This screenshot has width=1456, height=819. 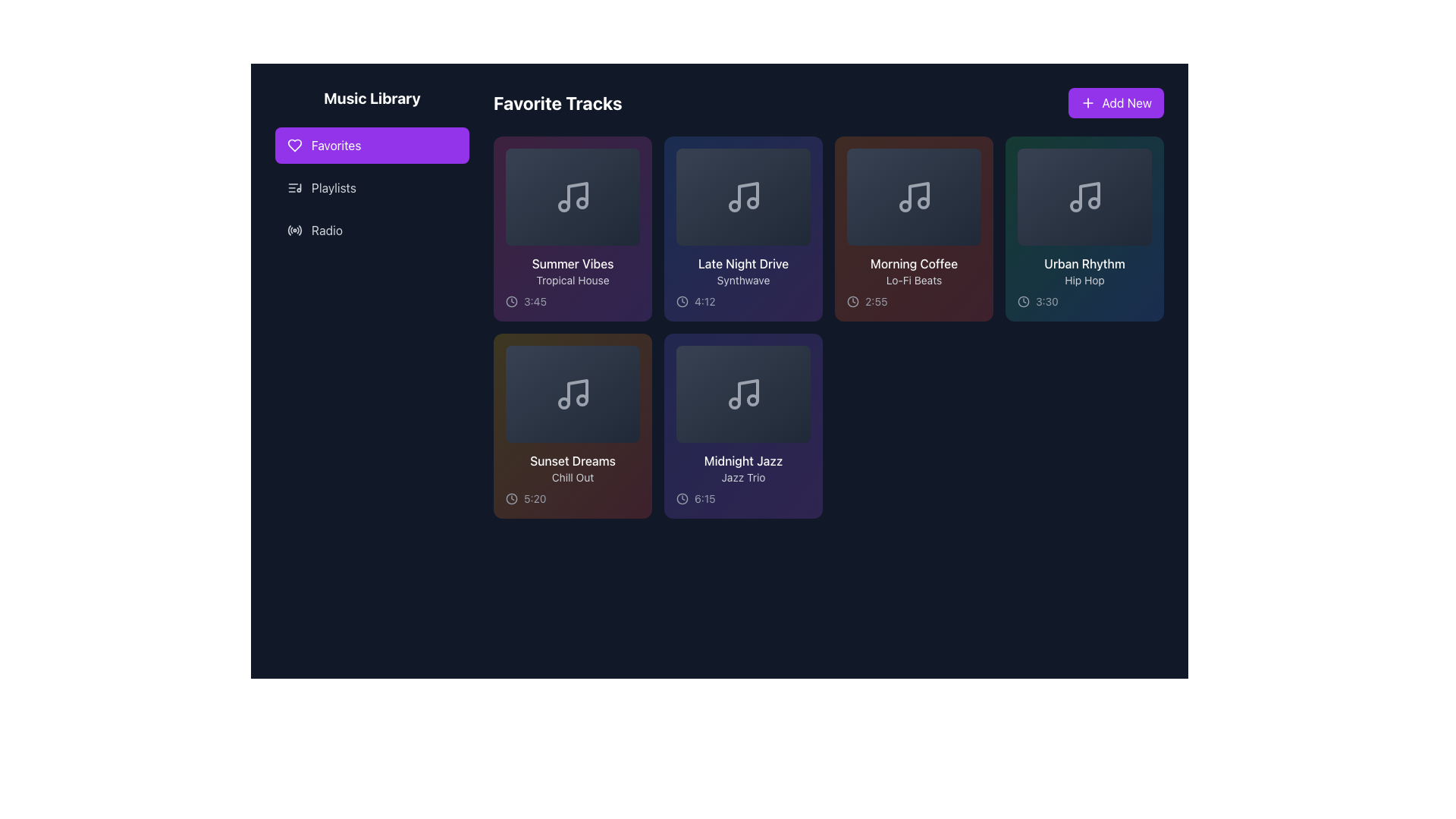 I want to click on the 'Playlists' text label in the sidebar navigation, which is the second item below 'Favorites' and above 'Radio', so click(x=333, y=187).